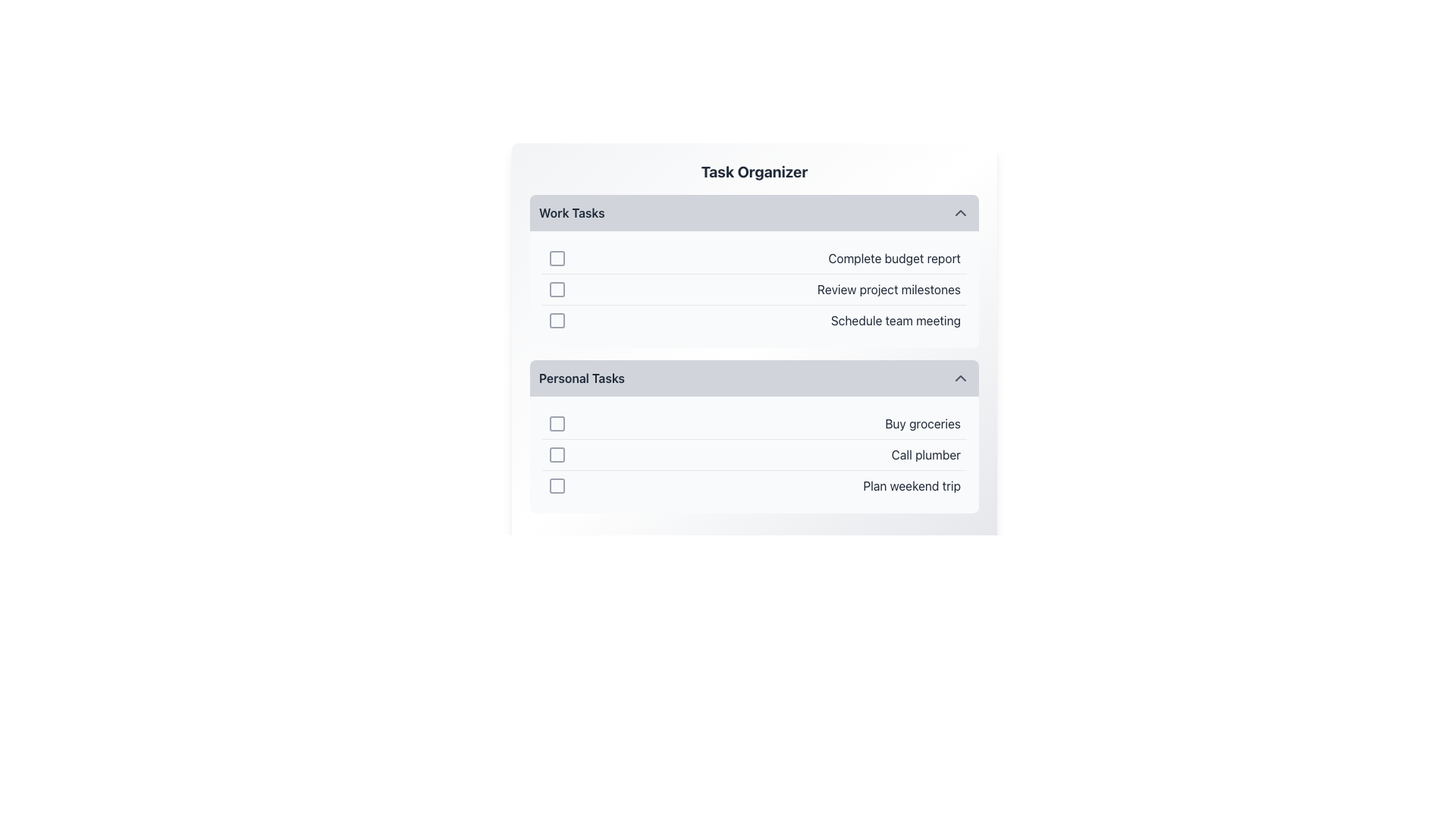 This screenshot has height=819, width=1456. I want to click on the unselected checkbox located, so click(556, 257).